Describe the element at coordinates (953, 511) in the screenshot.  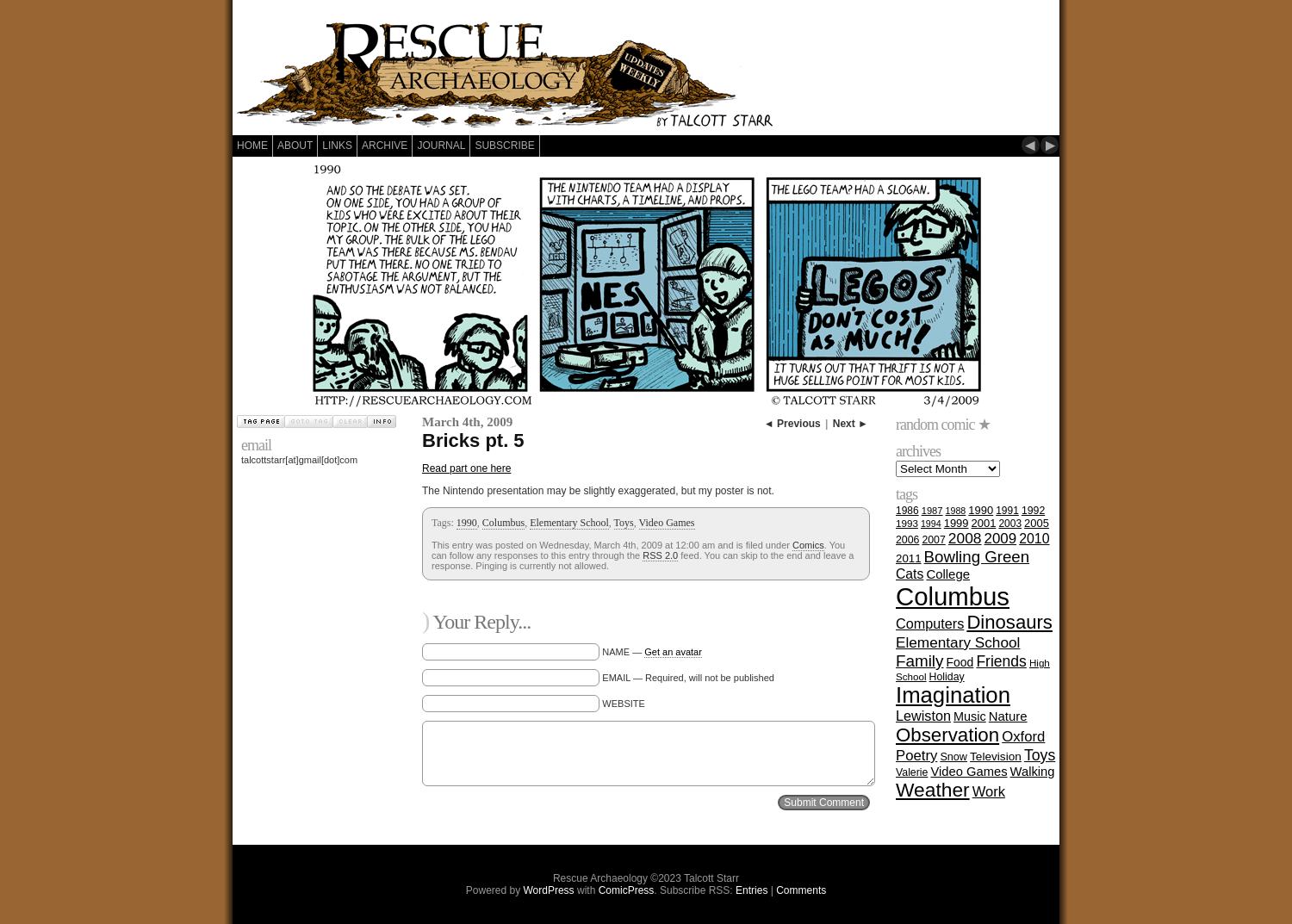
I see `'1988'` at that location.